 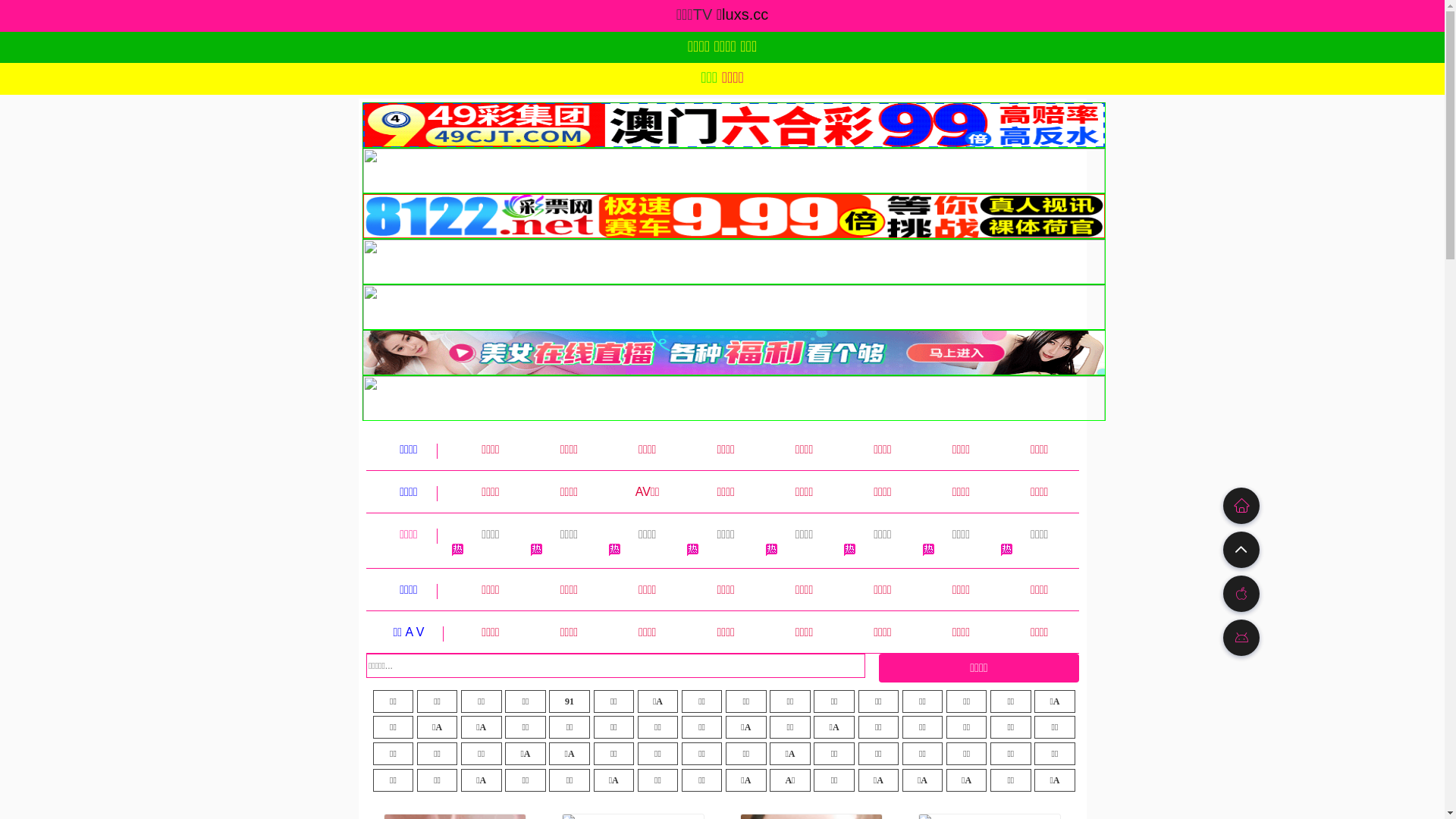 What do you see at coordinates (568, 701) in the screenshot?
I see `'91'` at bounding box center [568, 701].